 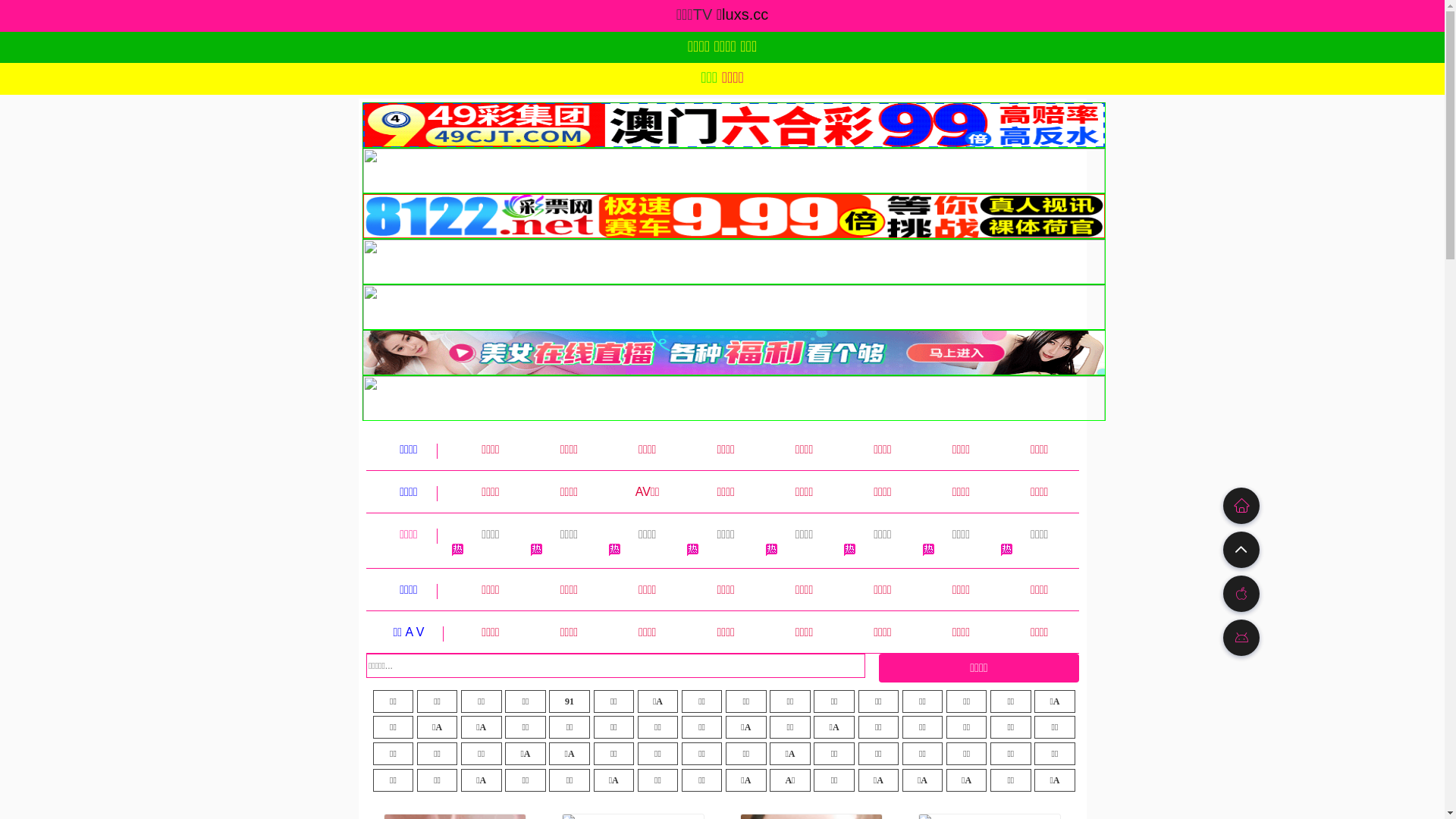 What do you see at coordinates (568, 701) in the screenshot?
I see `'91'` at bounding box center [568, 701].